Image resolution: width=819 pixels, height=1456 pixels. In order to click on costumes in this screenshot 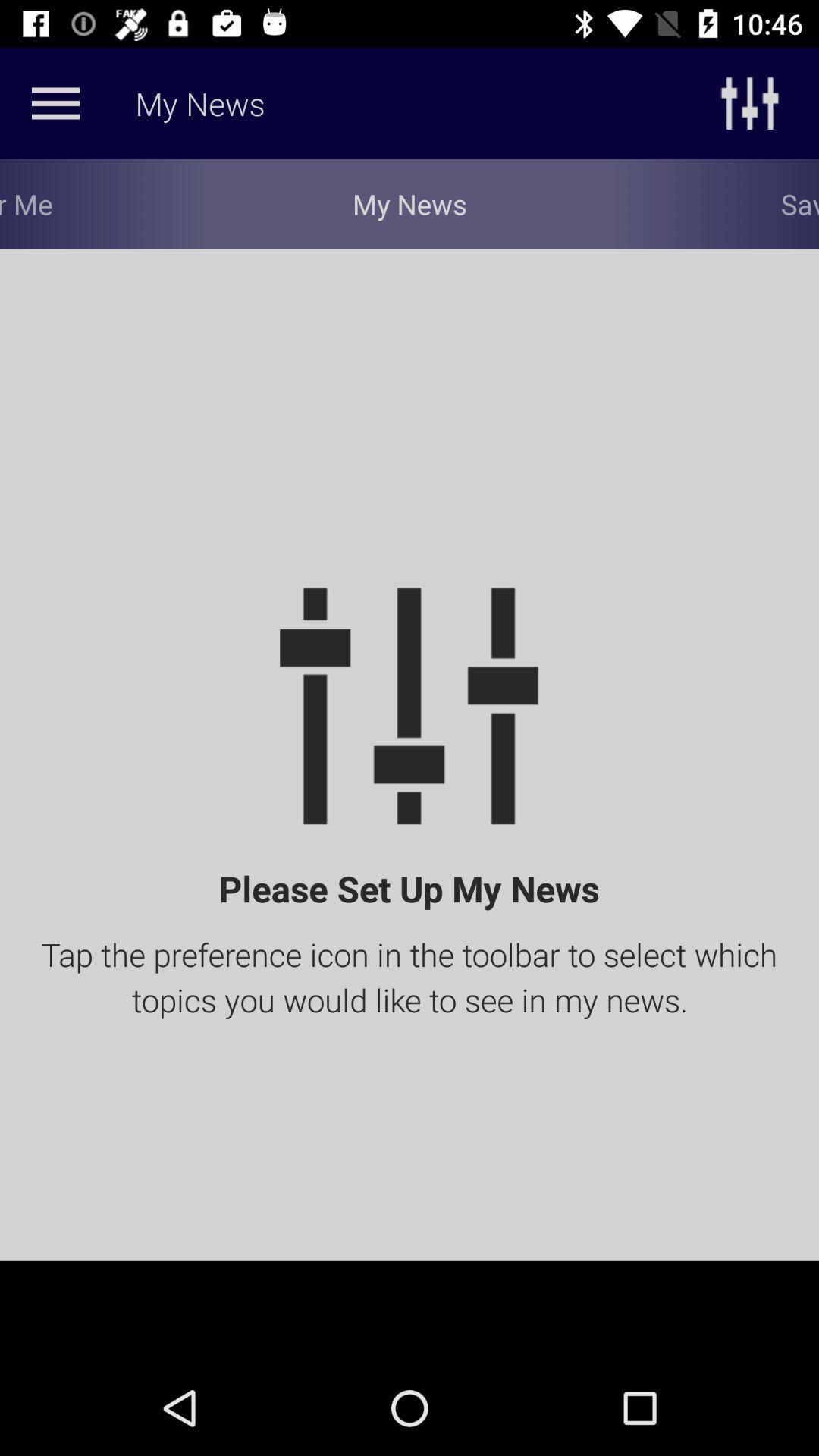, I will do `click(55, 102)`.